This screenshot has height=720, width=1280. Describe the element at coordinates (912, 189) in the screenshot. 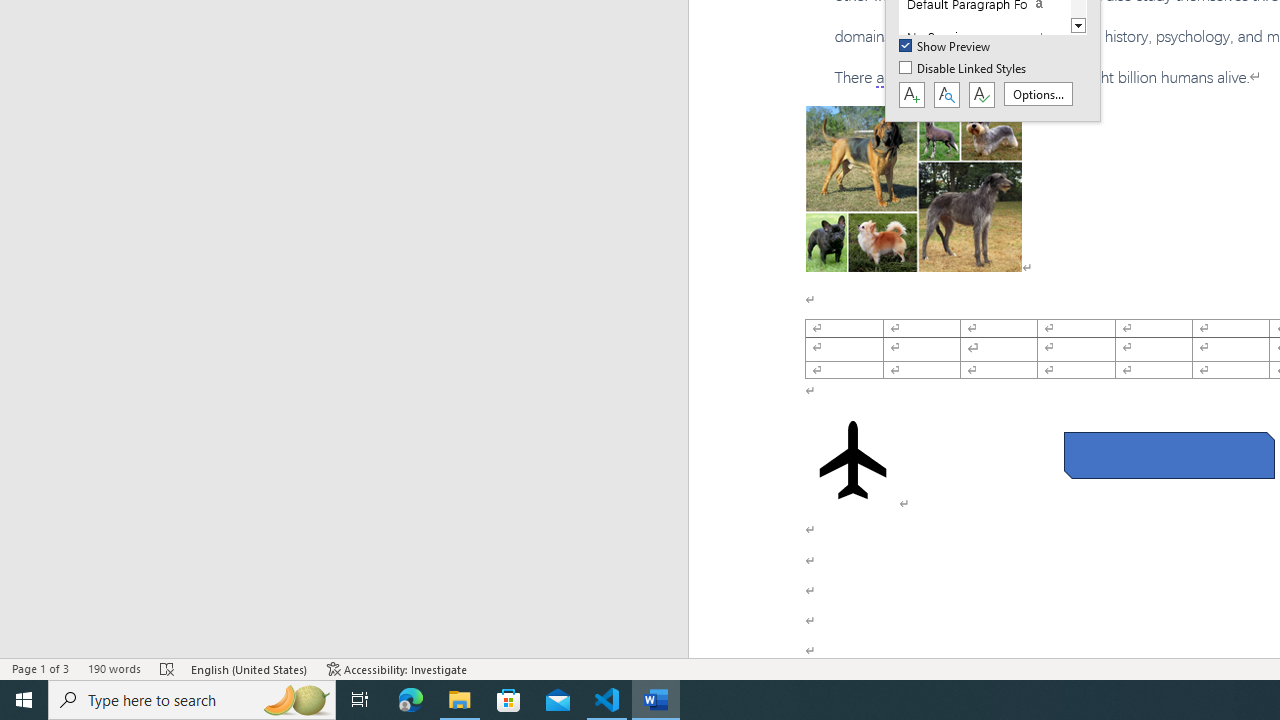

I see `'Morphological variation in six dogs'` at that location.